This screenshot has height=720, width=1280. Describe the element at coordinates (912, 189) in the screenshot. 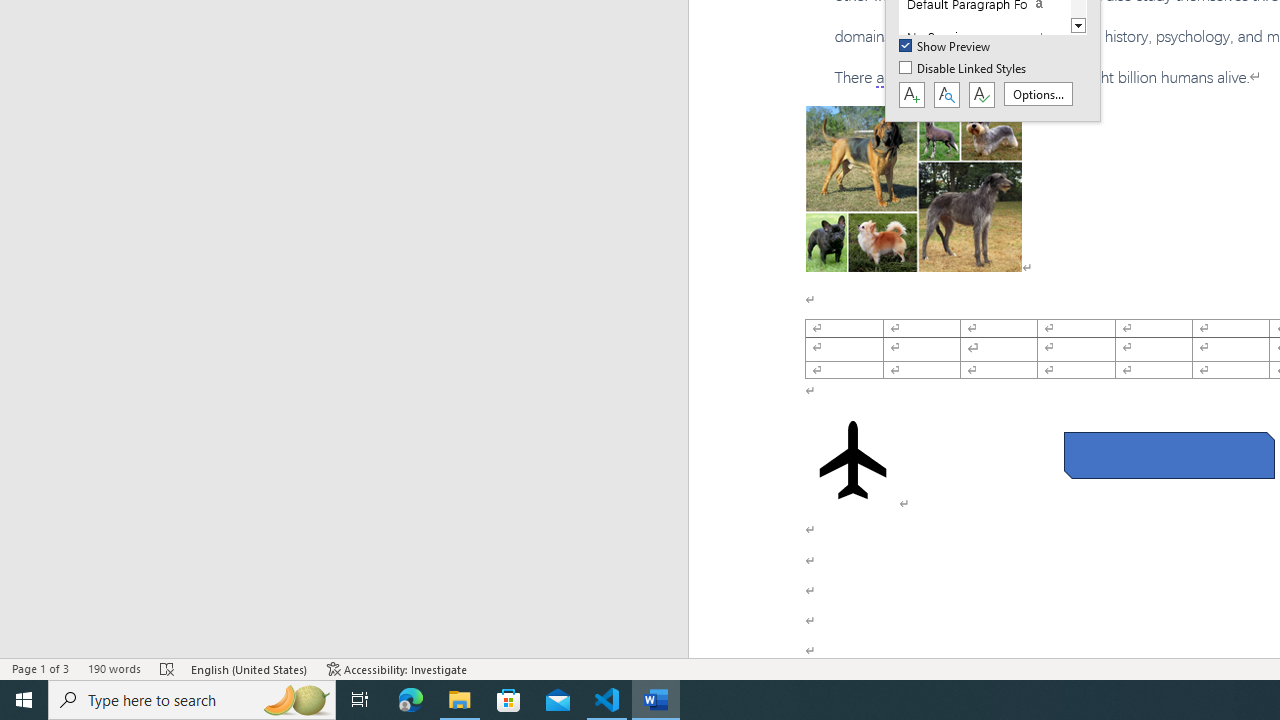

I see `'Morphological variation in six dogs'` at that location.